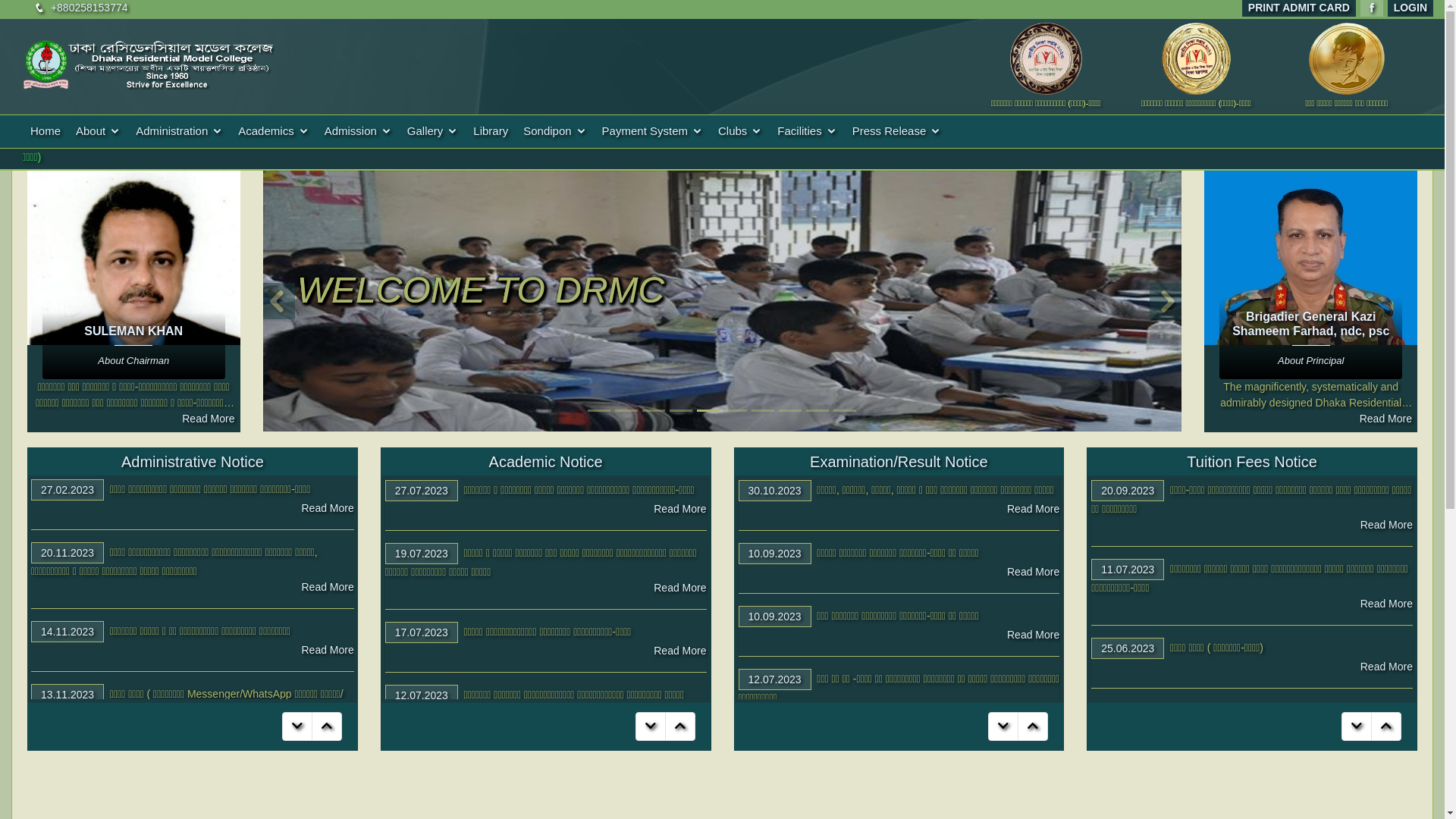  Describe the element at coordinates (127, 130) in the screenshot. I see `'Administration'` at that location.